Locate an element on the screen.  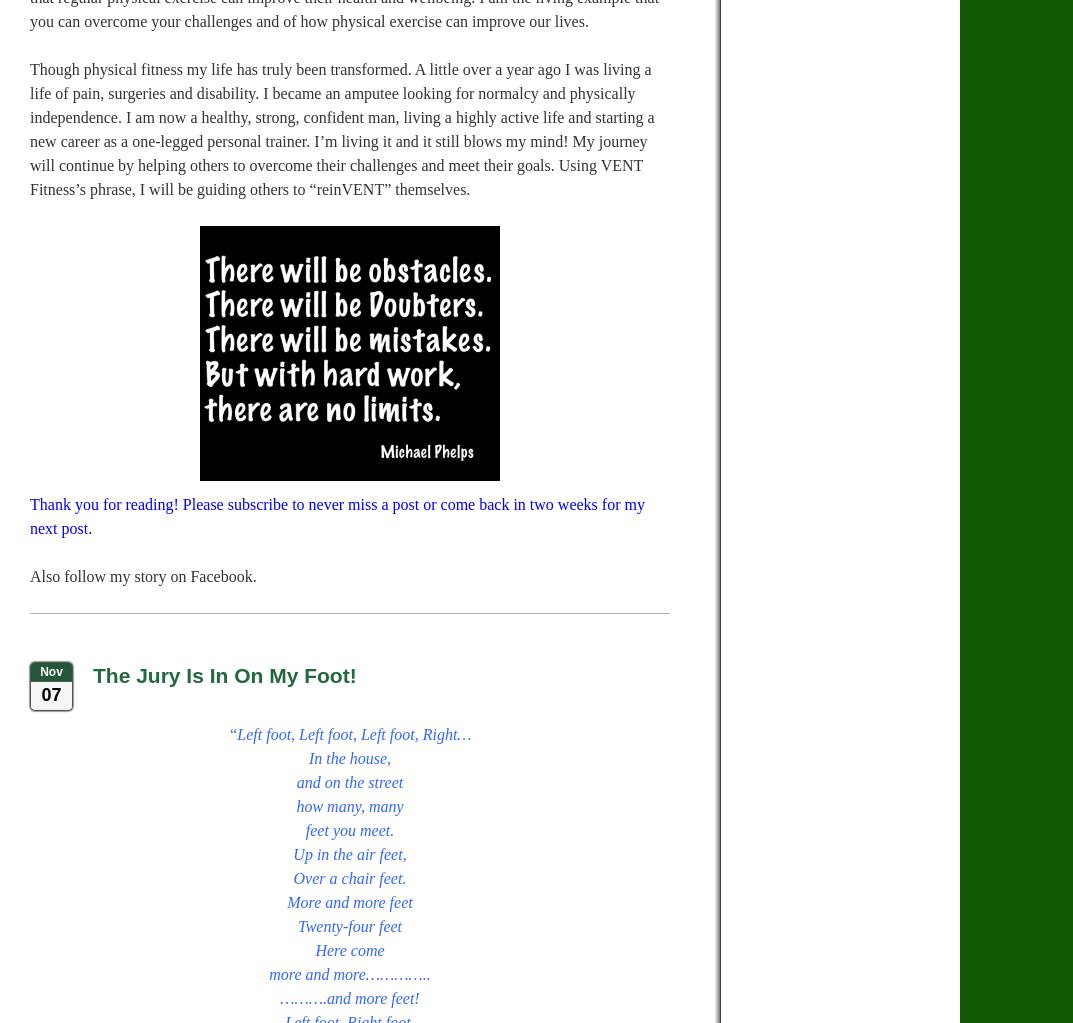
'Here come' is located at coordinates (349, 950).